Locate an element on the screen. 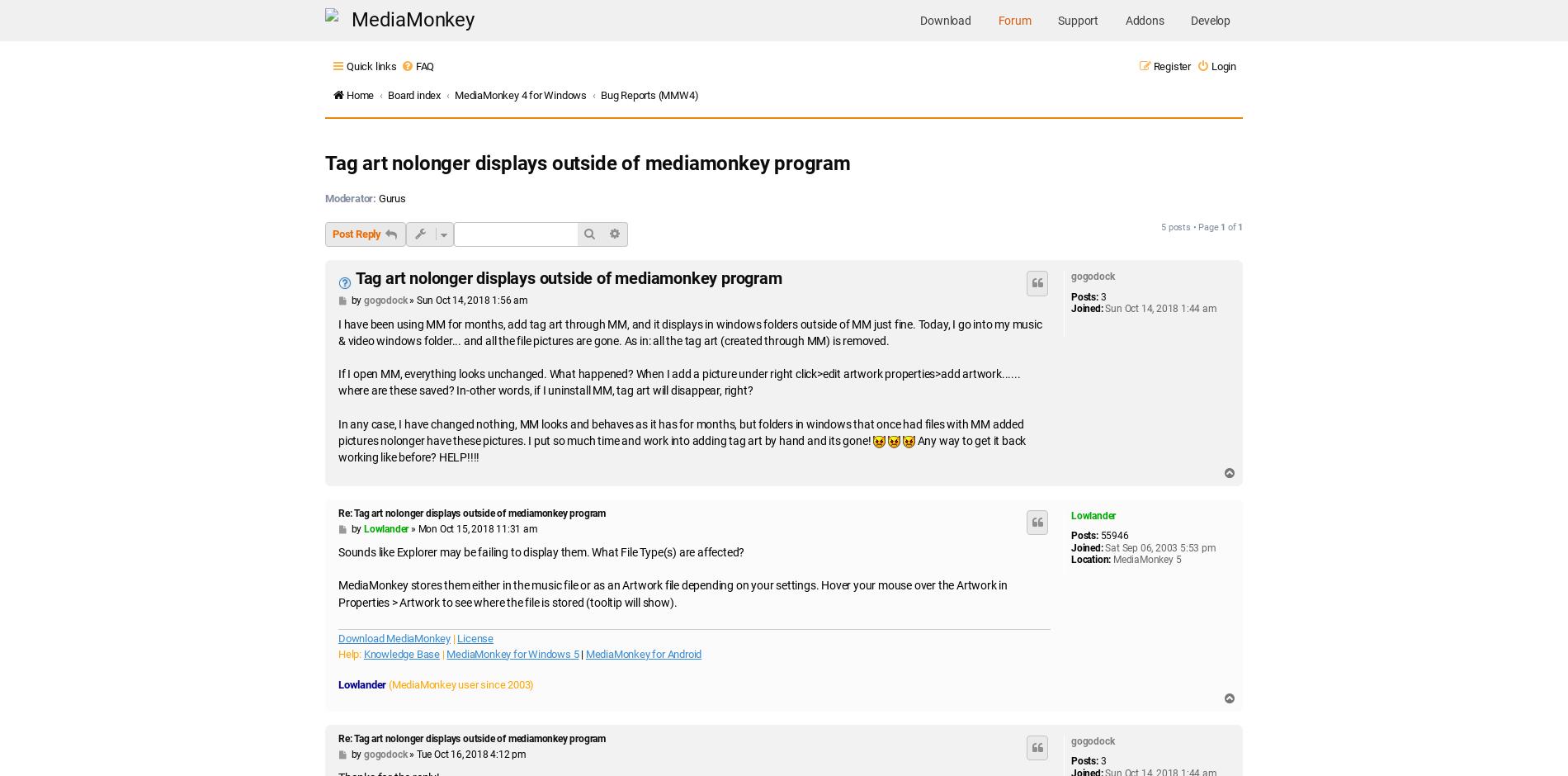  'Register' is located at coordinates (1171, 66).